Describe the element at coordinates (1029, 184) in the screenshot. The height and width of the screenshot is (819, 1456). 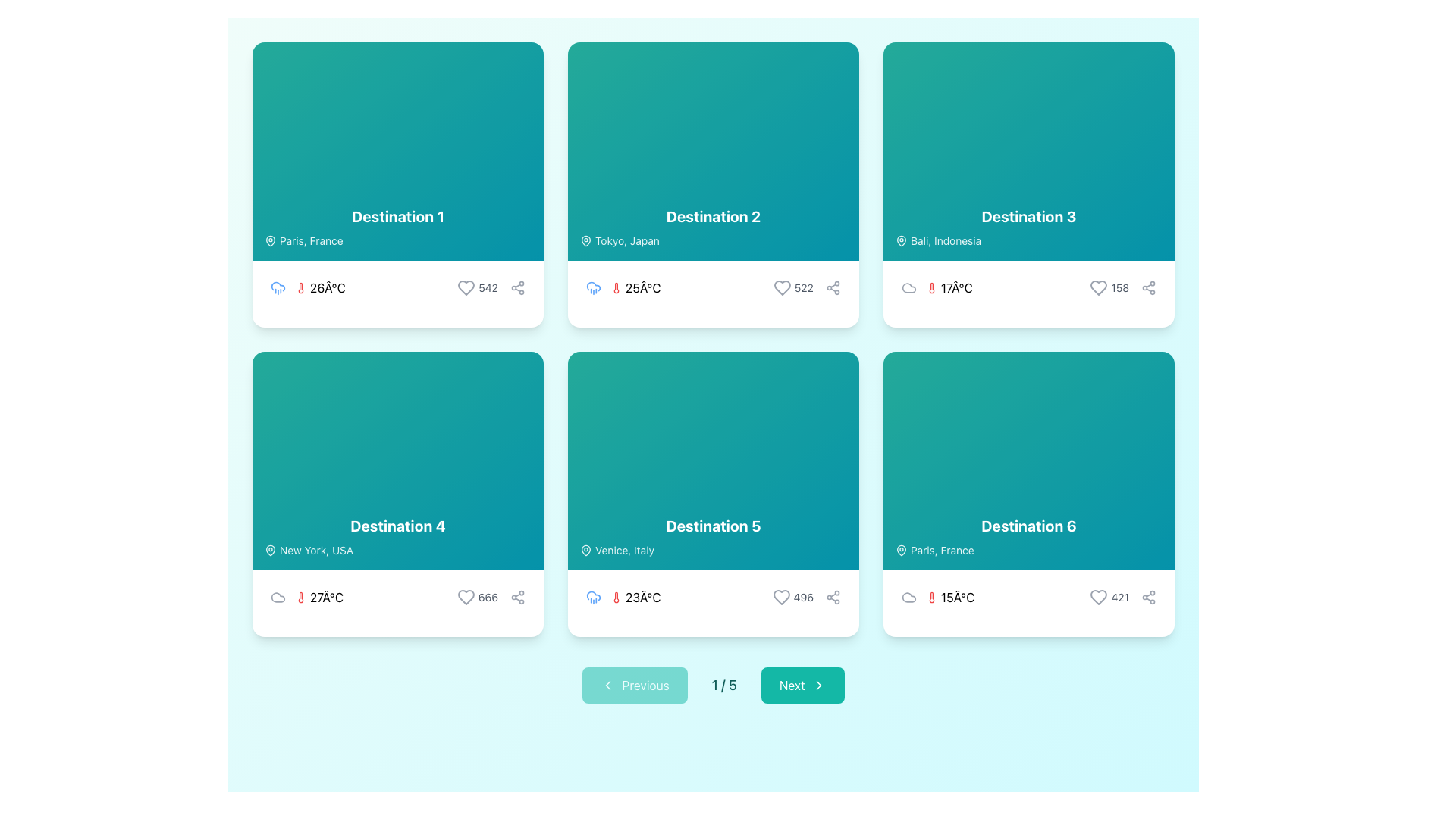
I see `displayed information on the Informative Card located in the third column of the first row within a grid layout` at that location.